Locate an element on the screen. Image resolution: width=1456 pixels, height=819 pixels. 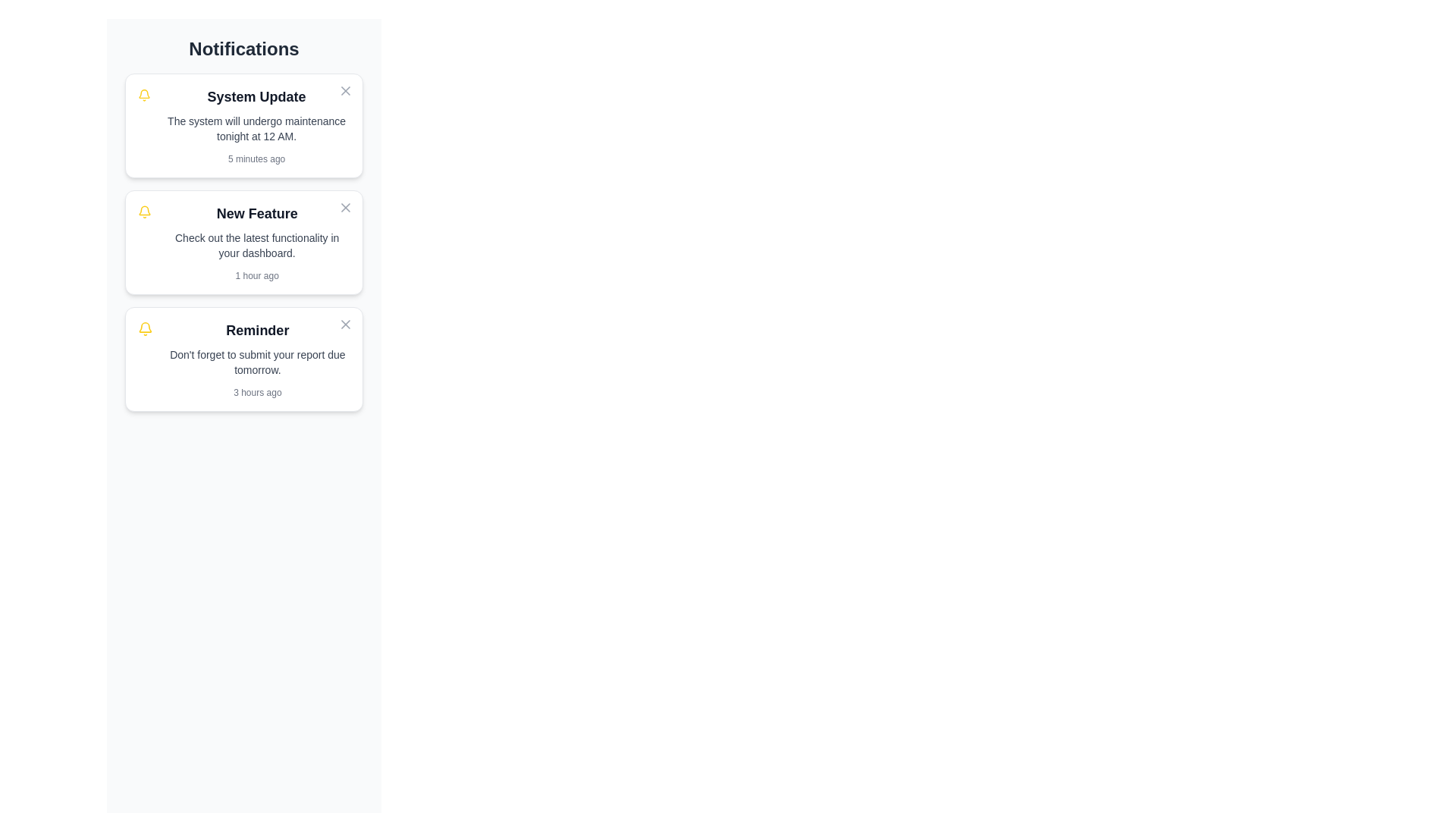
the vector graphic line element, which is part of the cross icon for dismissing the 'New Feature' notification in the second notification card from the top is located at coordinates (345, 207).